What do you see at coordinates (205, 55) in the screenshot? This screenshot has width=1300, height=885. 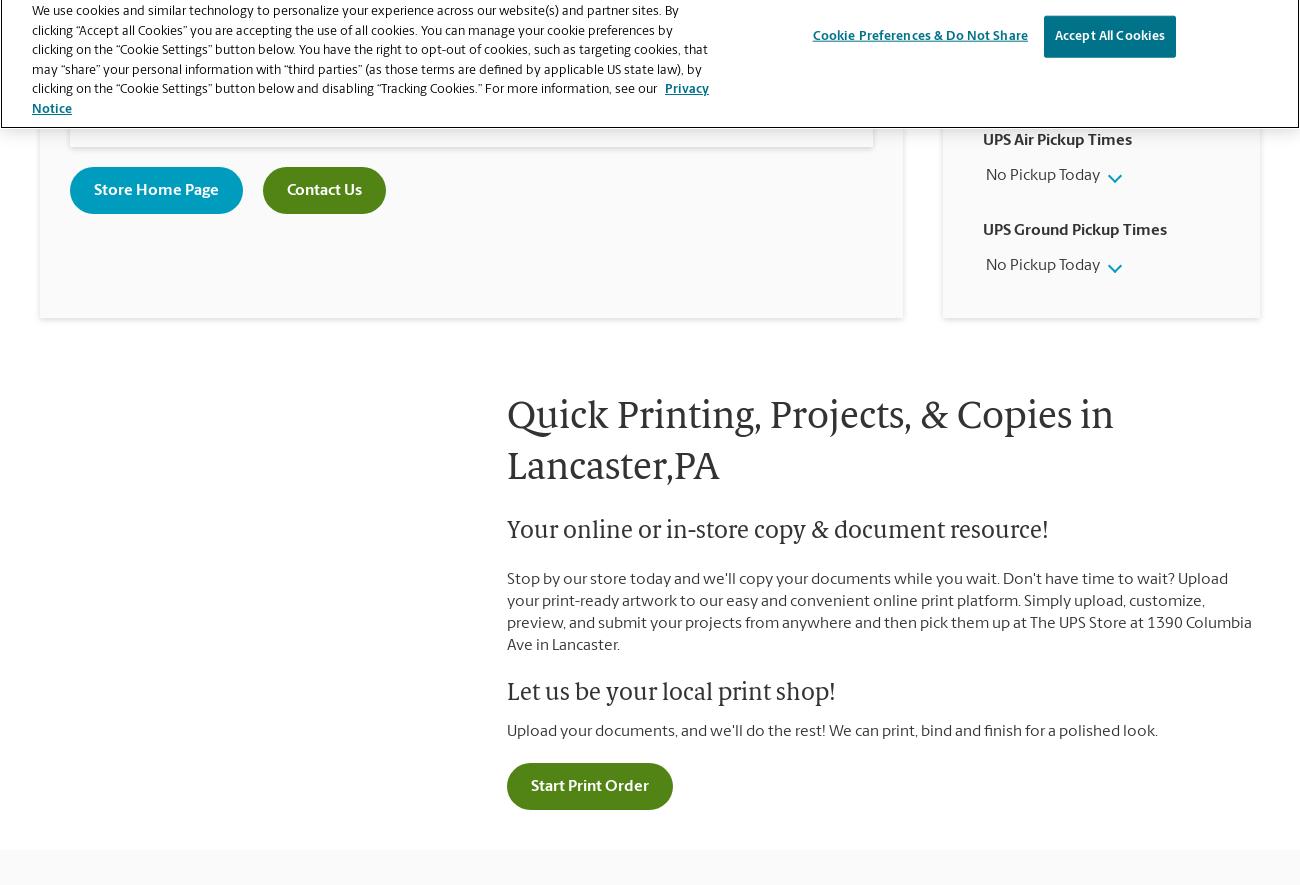 I see `','` at bounding box center [205, 55].